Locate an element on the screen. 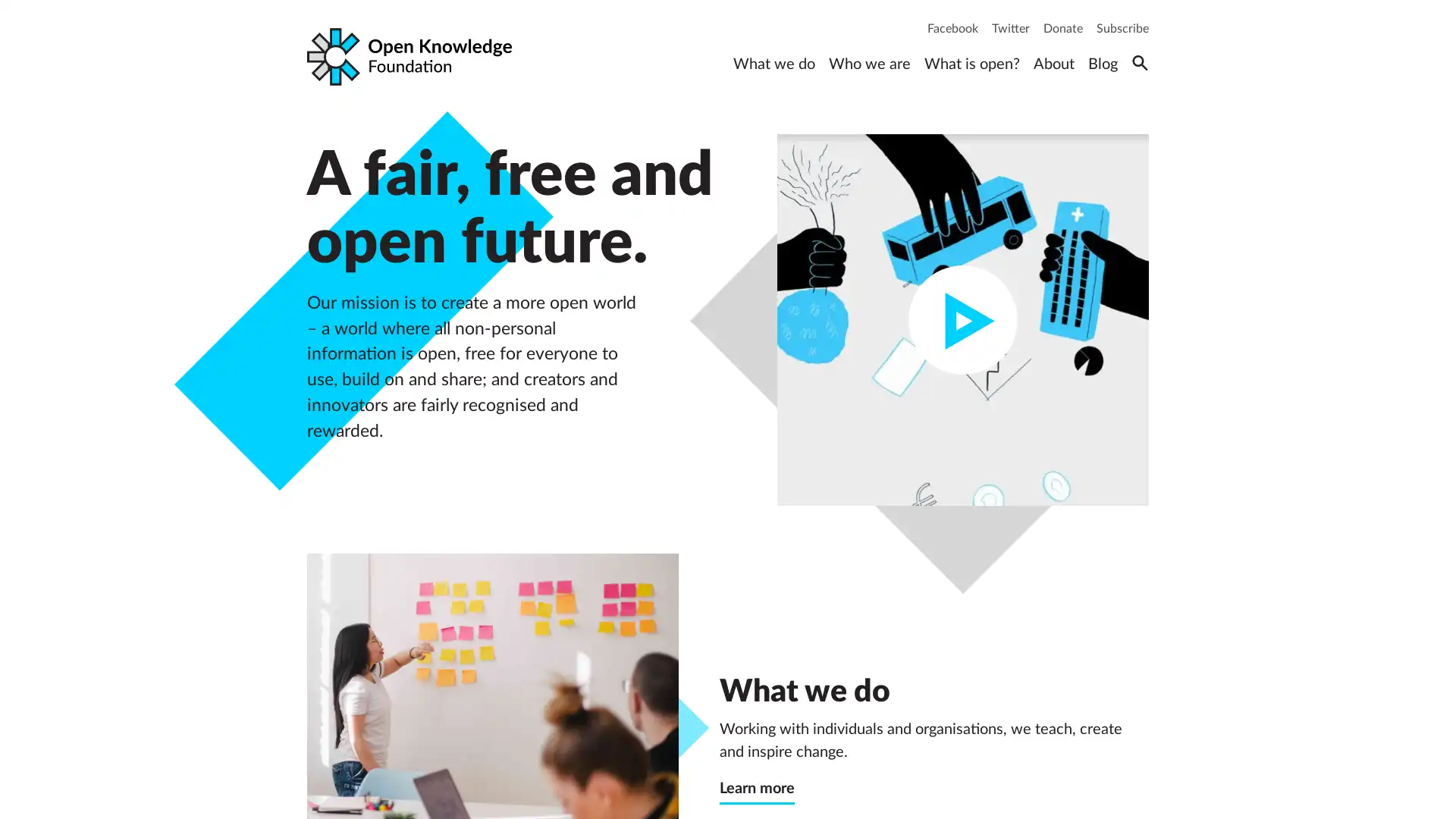 This screenshot has width=1456, height=819. Play video is located at coordinates (962, 318).